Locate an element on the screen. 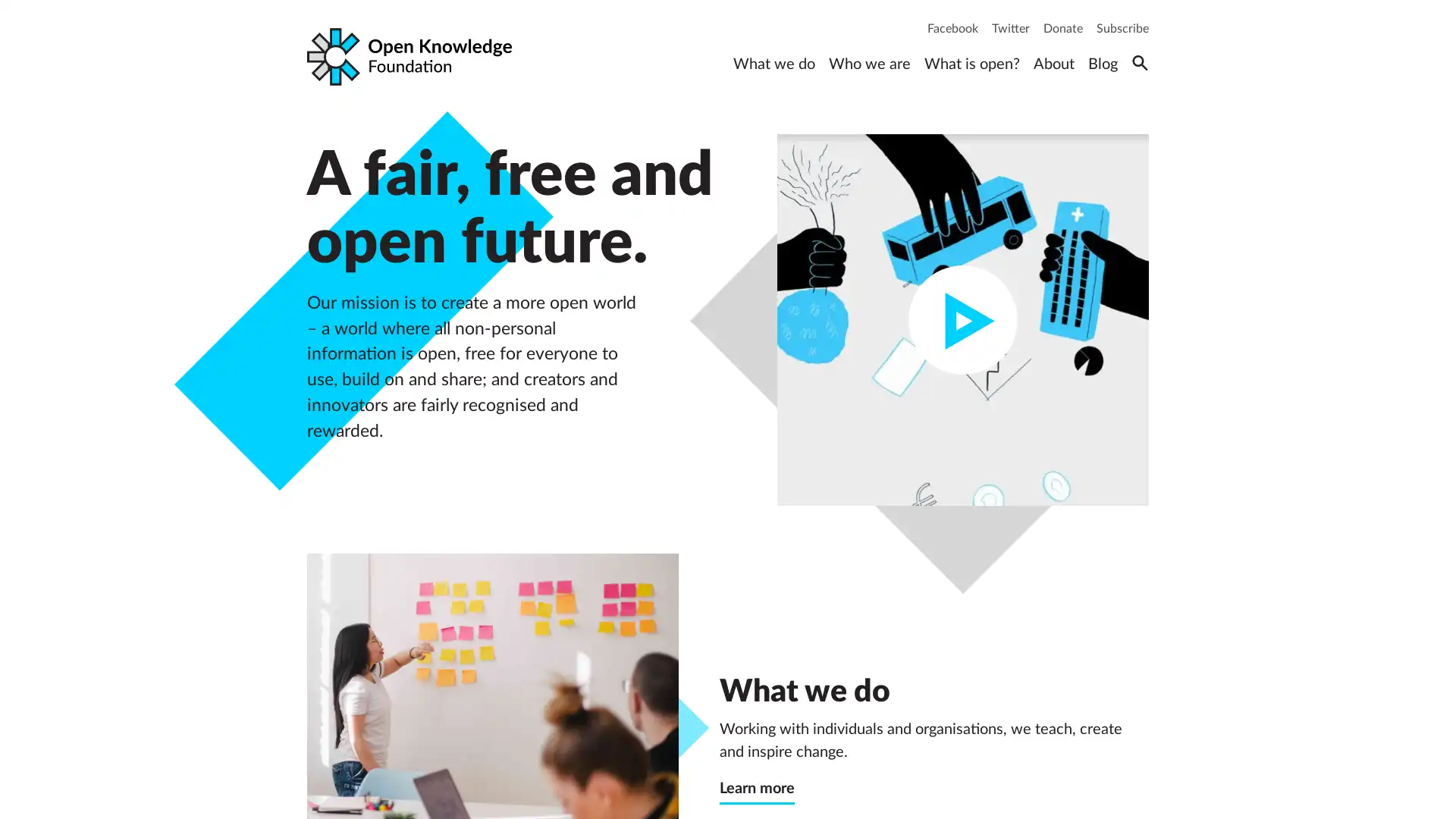 This screenshot has width=1456, height=819. Play video is located at coordinates (962, 318).